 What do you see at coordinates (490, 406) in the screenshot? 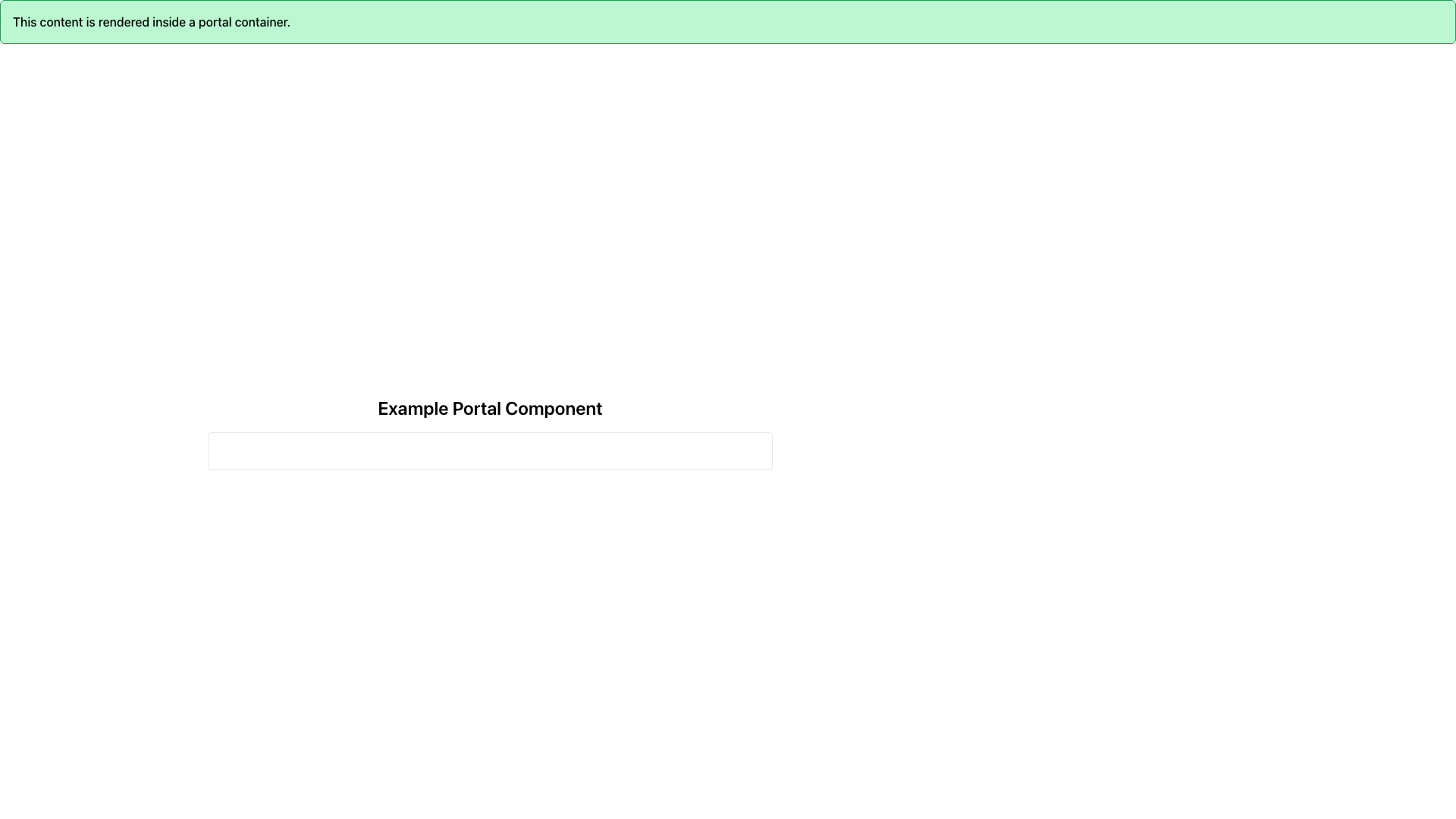
I see `the section labeled 'Example Portal Component'` at bounding box center [490, 406].